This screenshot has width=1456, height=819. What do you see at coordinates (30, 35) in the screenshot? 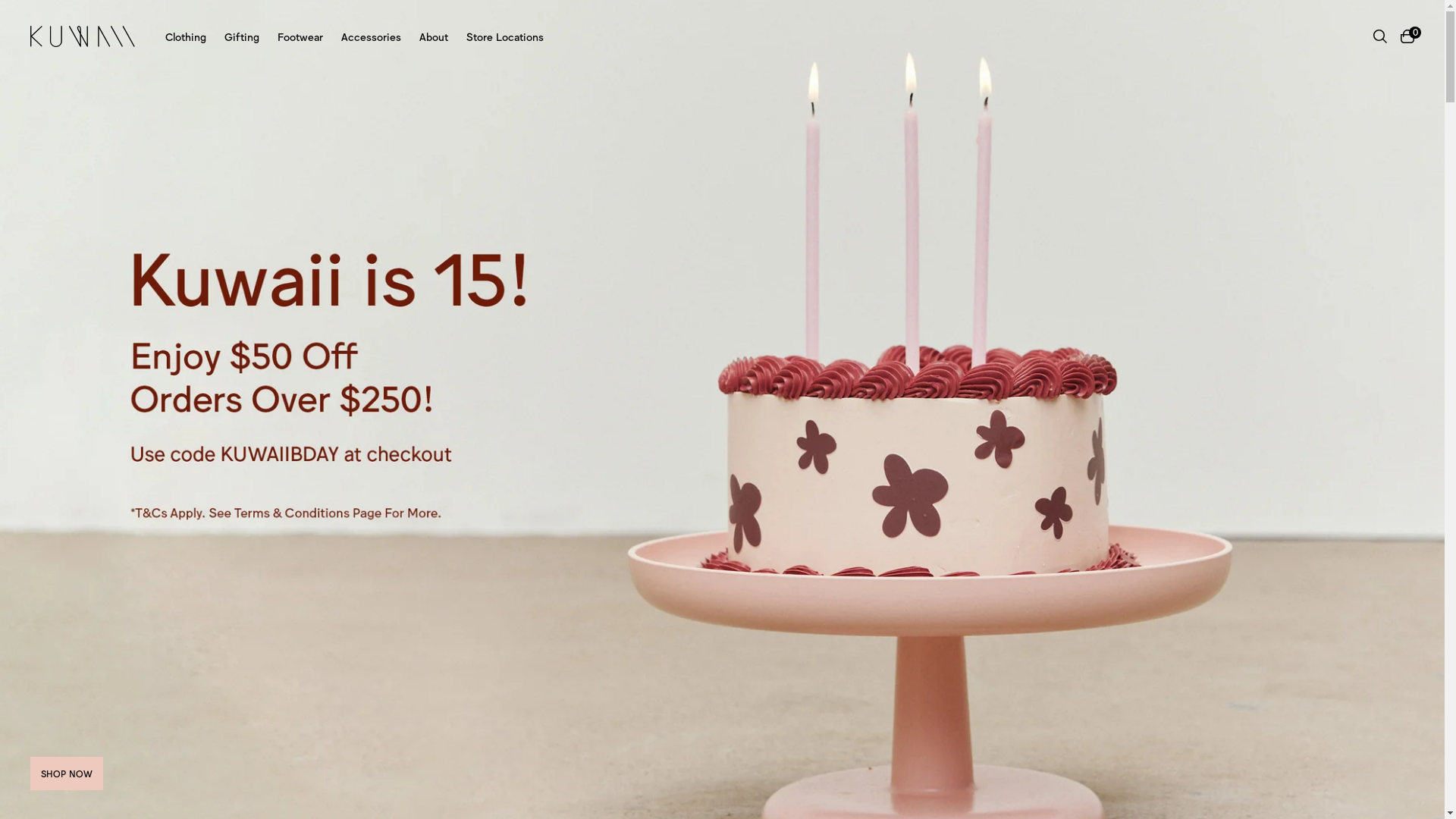
I see `'Kuwaii'` at bounding box center [30, 35].